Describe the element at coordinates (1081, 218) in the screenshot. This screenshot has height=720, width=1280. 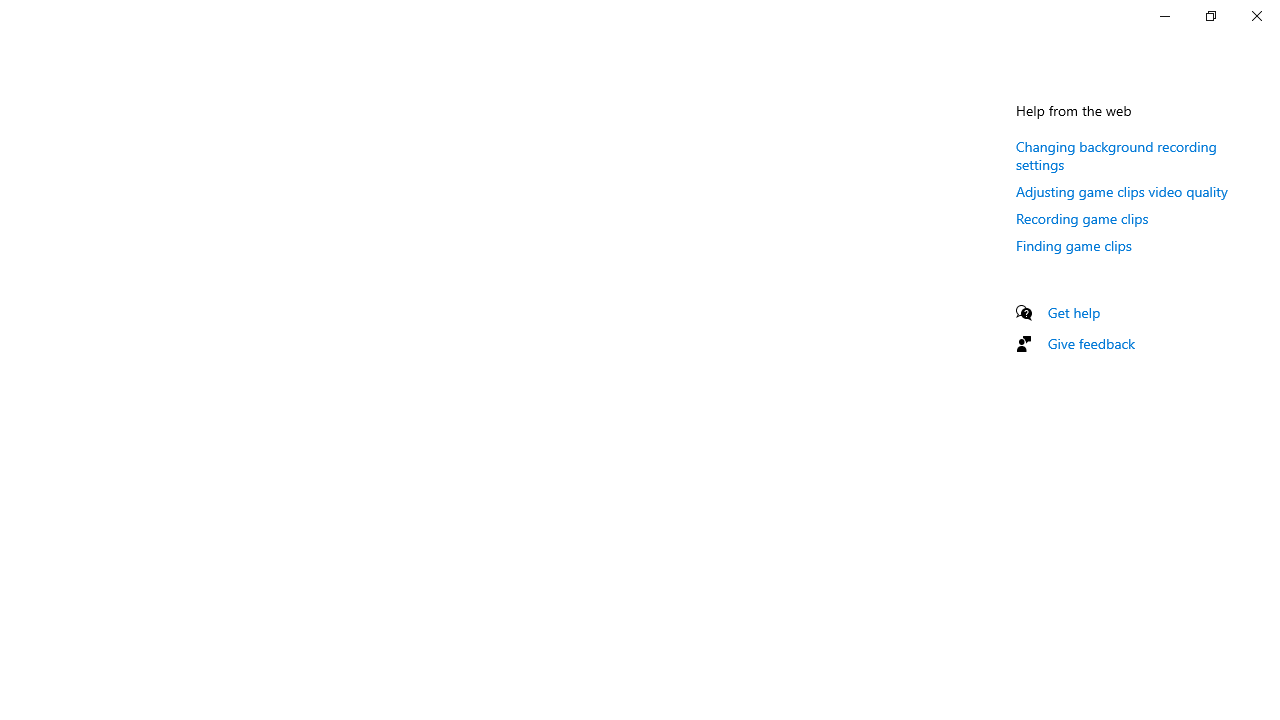
I see `'Recording game clips'` at that location.